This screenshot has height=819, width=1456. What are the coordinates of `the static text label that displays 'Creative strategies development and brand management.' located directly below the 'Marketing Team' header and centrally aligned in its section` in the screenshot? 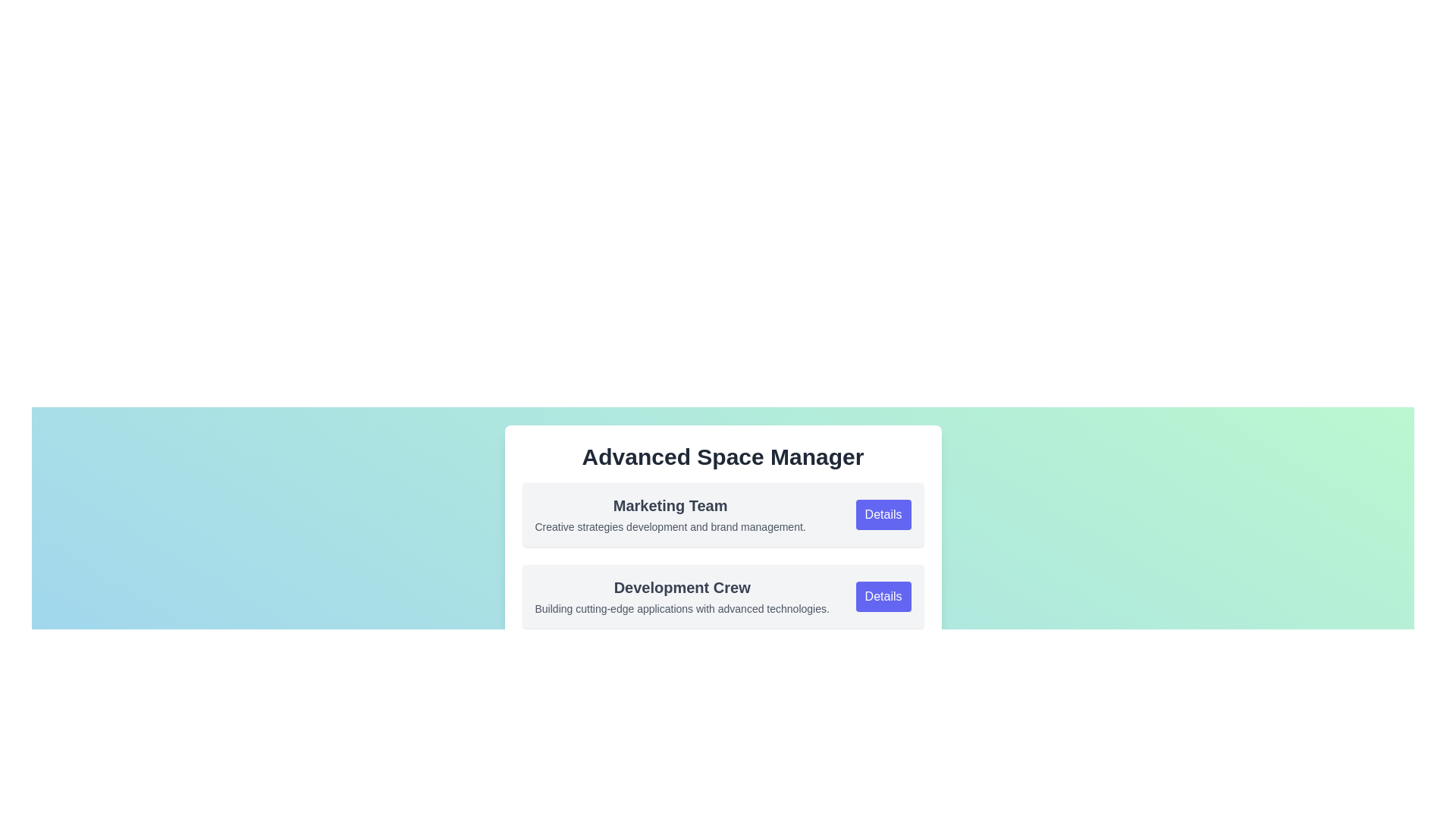 It's located at (670, 526).